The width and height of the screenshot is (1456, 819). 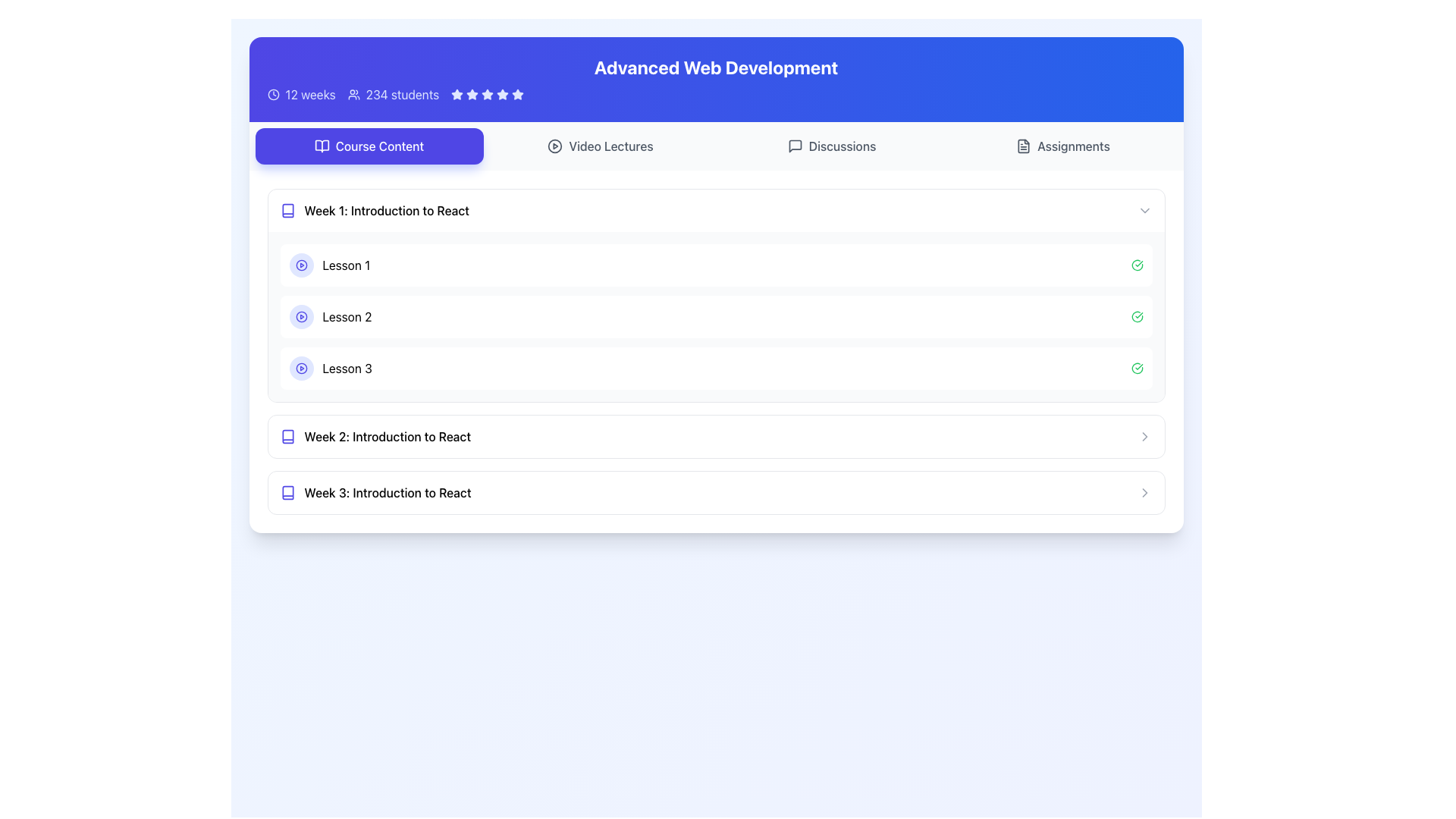 What do you see at coordinates (457, 94) in the screenshot?
I see `the second star icon in the star rating system` at bounding box center [457, 94].